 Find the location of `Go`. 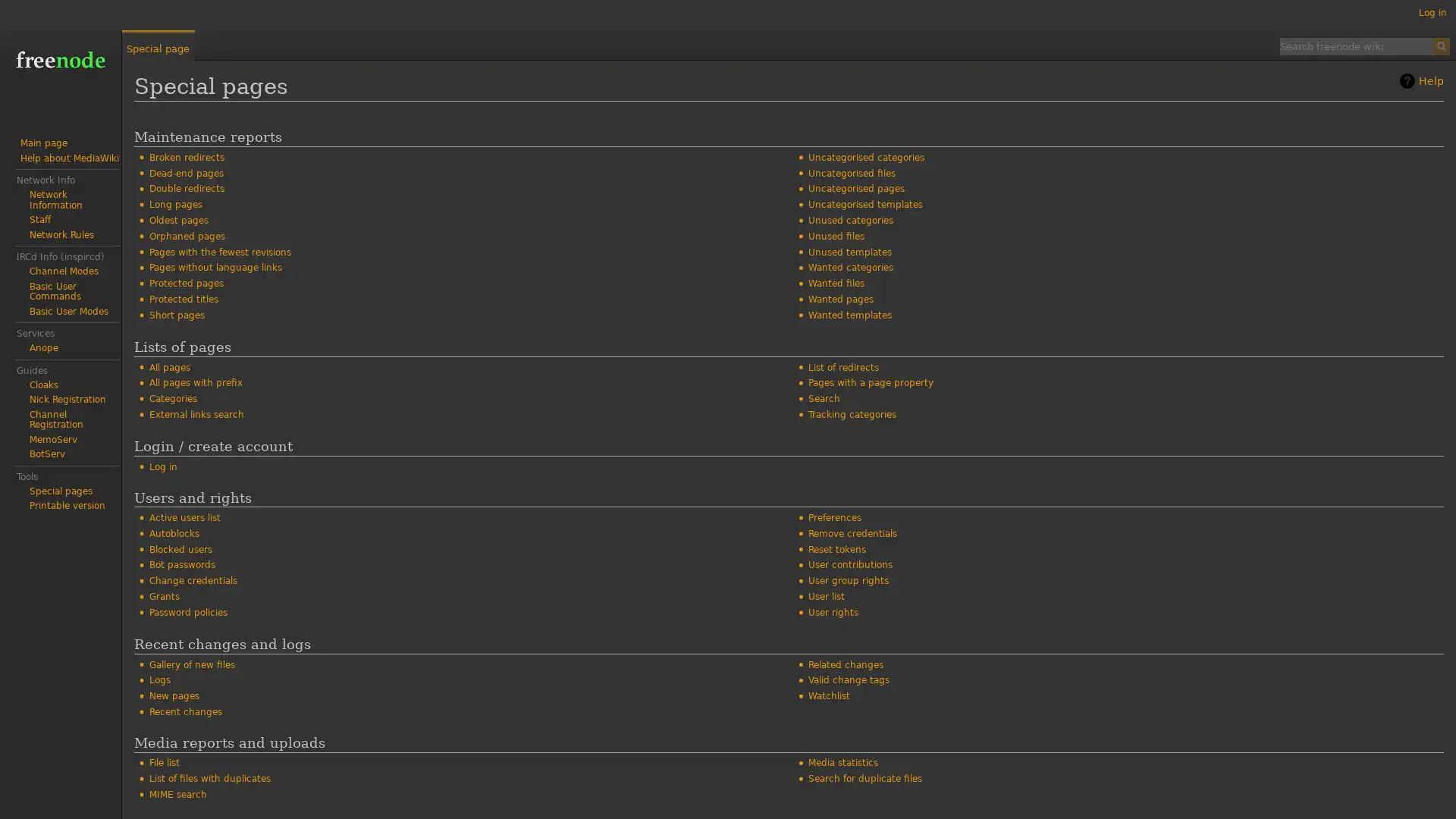

Go is located at coordinates (1440, 45).